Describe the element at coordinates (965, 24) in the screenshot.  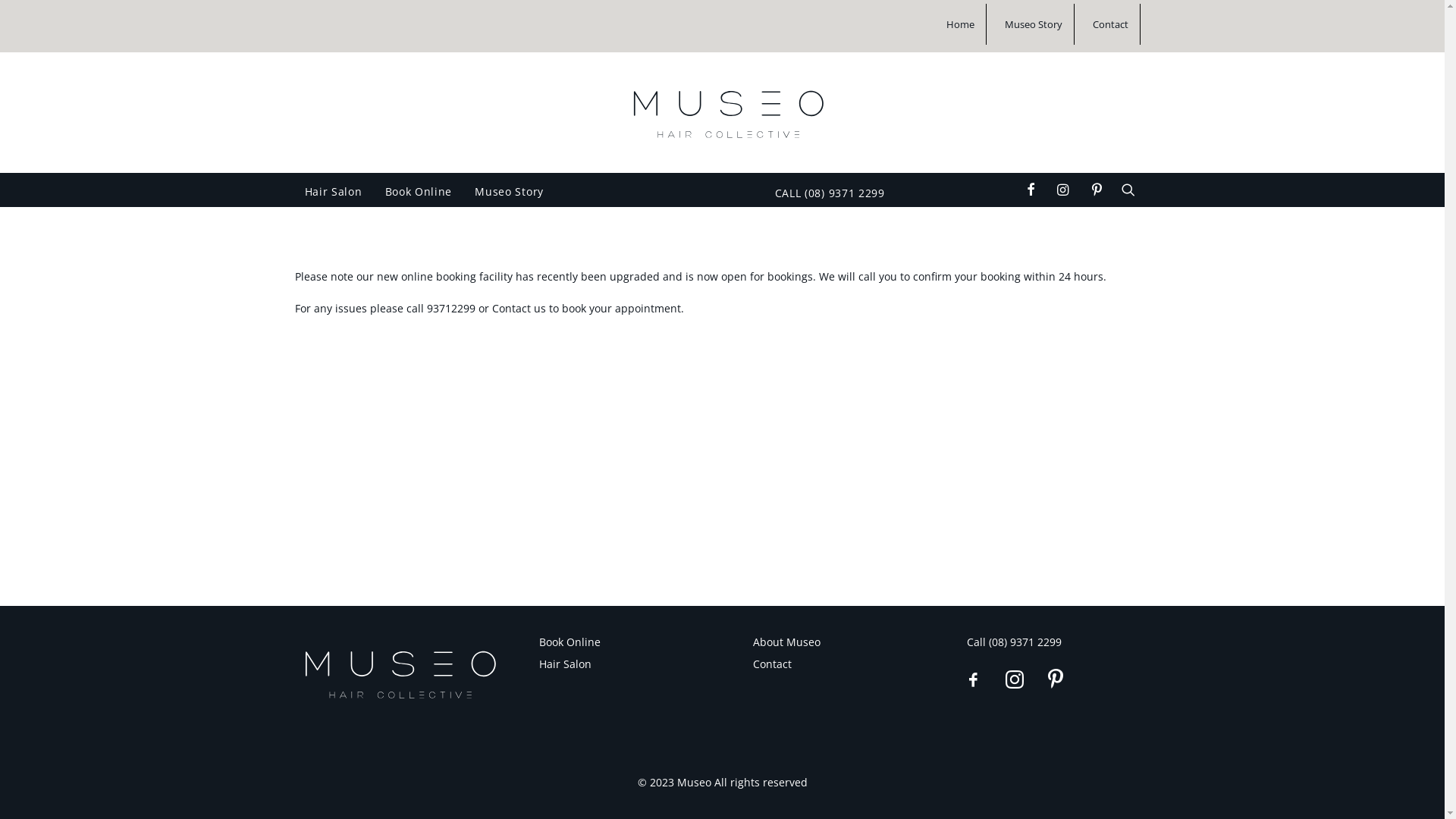
I see `'Home'` at that location.